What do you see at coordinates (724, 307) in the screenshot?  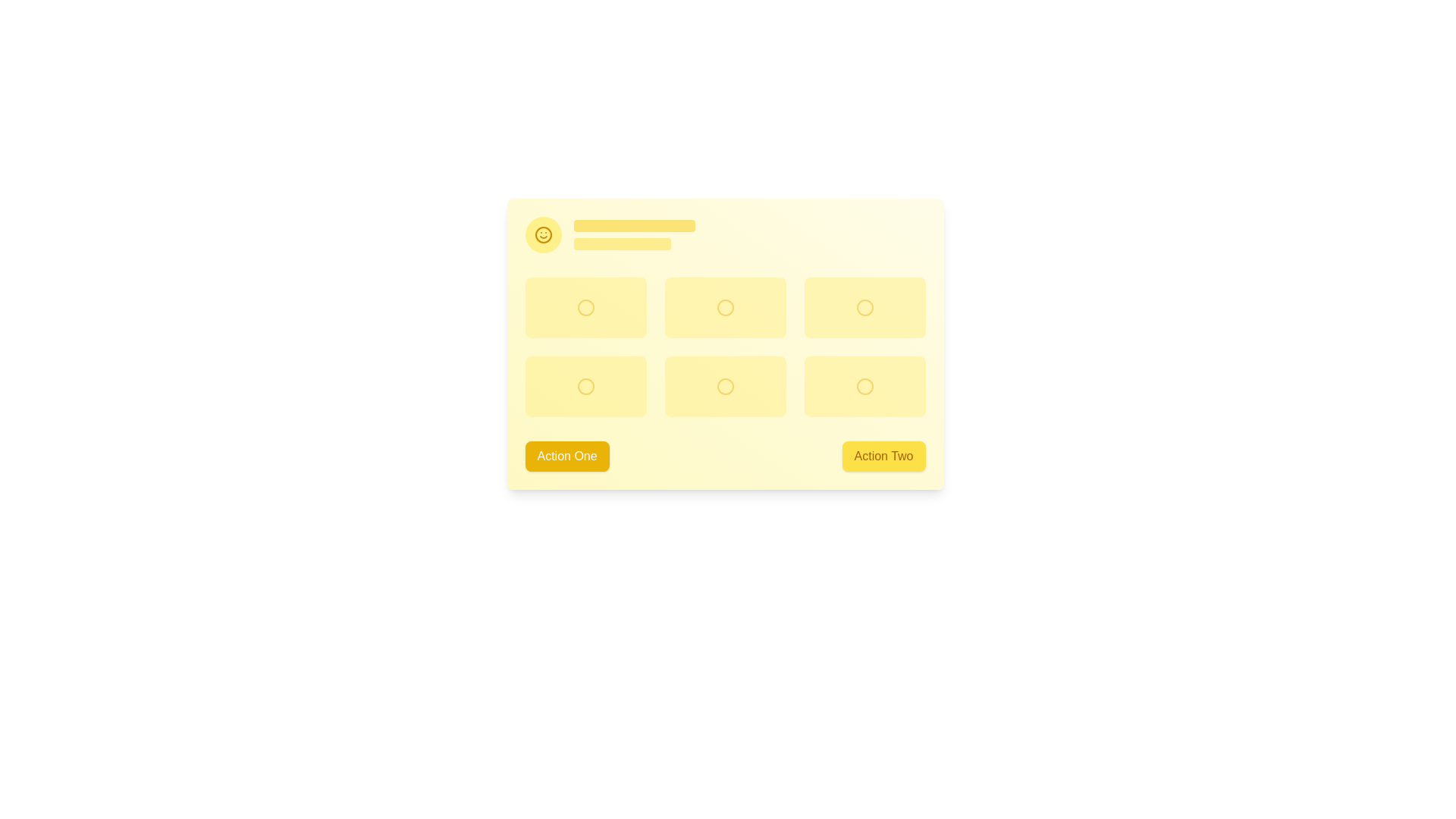 I see `the center circular button in the top row of a grid of six circular buttons represented by an SVG Circle Element` at bounding box center [724, 307].